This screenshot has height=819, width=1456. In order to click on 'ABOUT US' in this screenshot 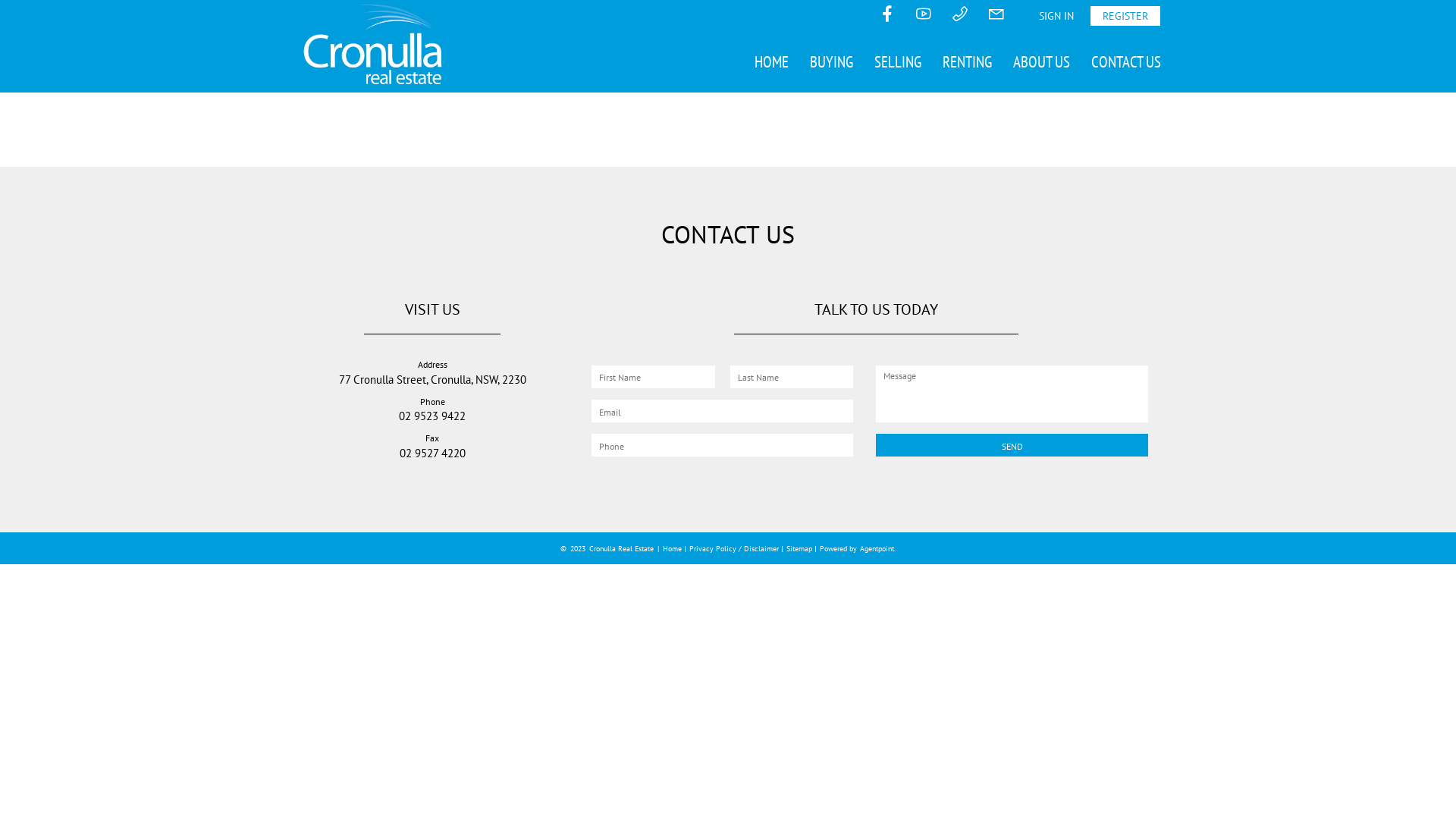, I will do `click(1040, 61)`.